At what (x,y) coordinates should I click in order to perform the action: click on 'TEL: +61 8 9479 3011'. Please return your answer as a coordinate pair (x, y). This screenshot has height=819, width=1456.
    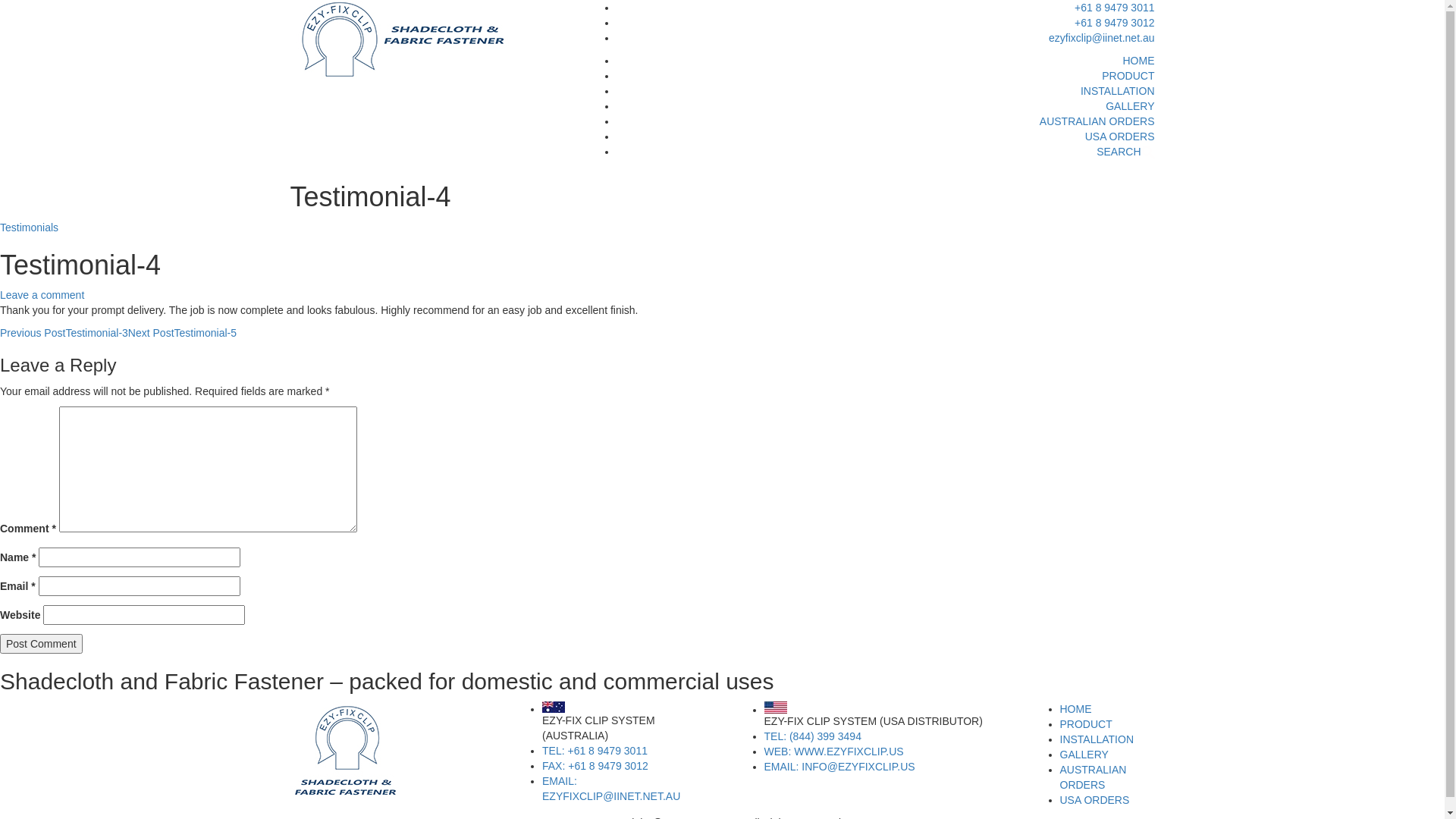
    Looking at the image, I should click on (594, 751).